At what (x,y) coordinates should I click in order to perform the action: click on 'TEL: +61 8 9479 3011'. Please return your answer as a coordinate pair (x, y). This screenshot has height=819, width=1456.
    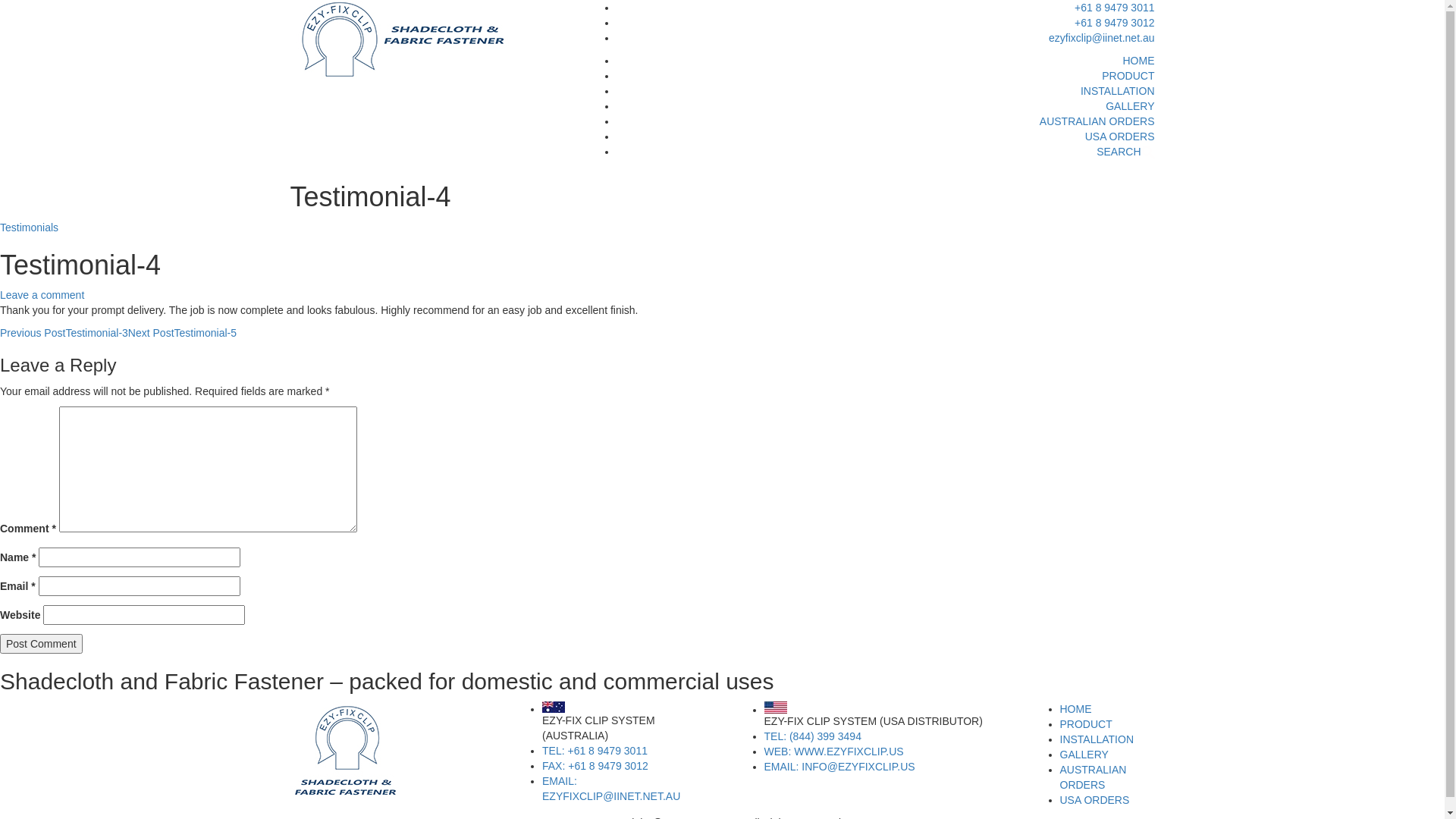
    Looking at the image, I should click on (594, 751).